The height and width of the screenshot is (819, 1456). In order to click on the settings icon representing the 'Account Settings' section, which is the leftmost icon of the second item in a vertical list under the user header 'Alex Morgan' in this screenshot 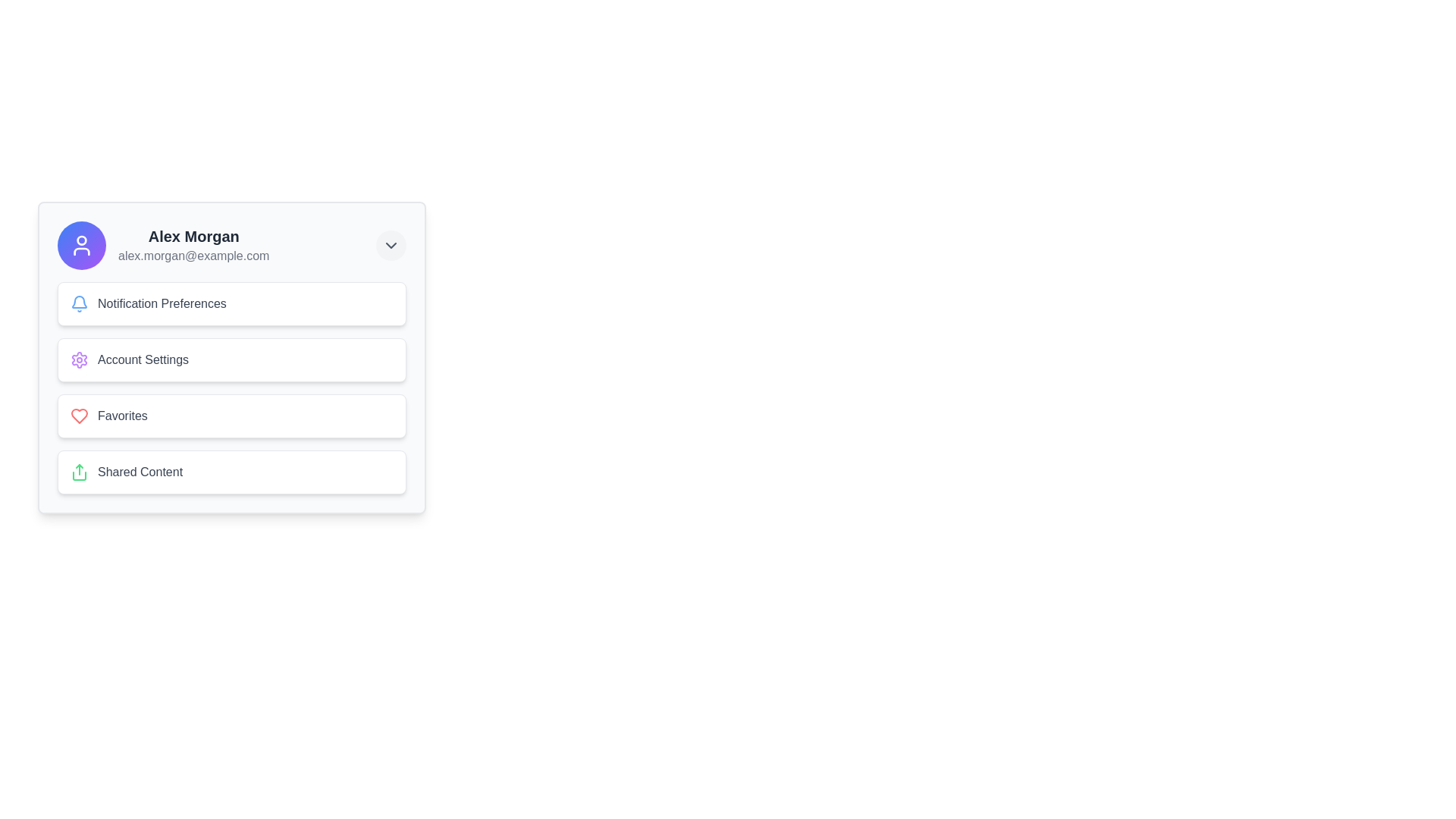, I will do `click(79, 359)`.